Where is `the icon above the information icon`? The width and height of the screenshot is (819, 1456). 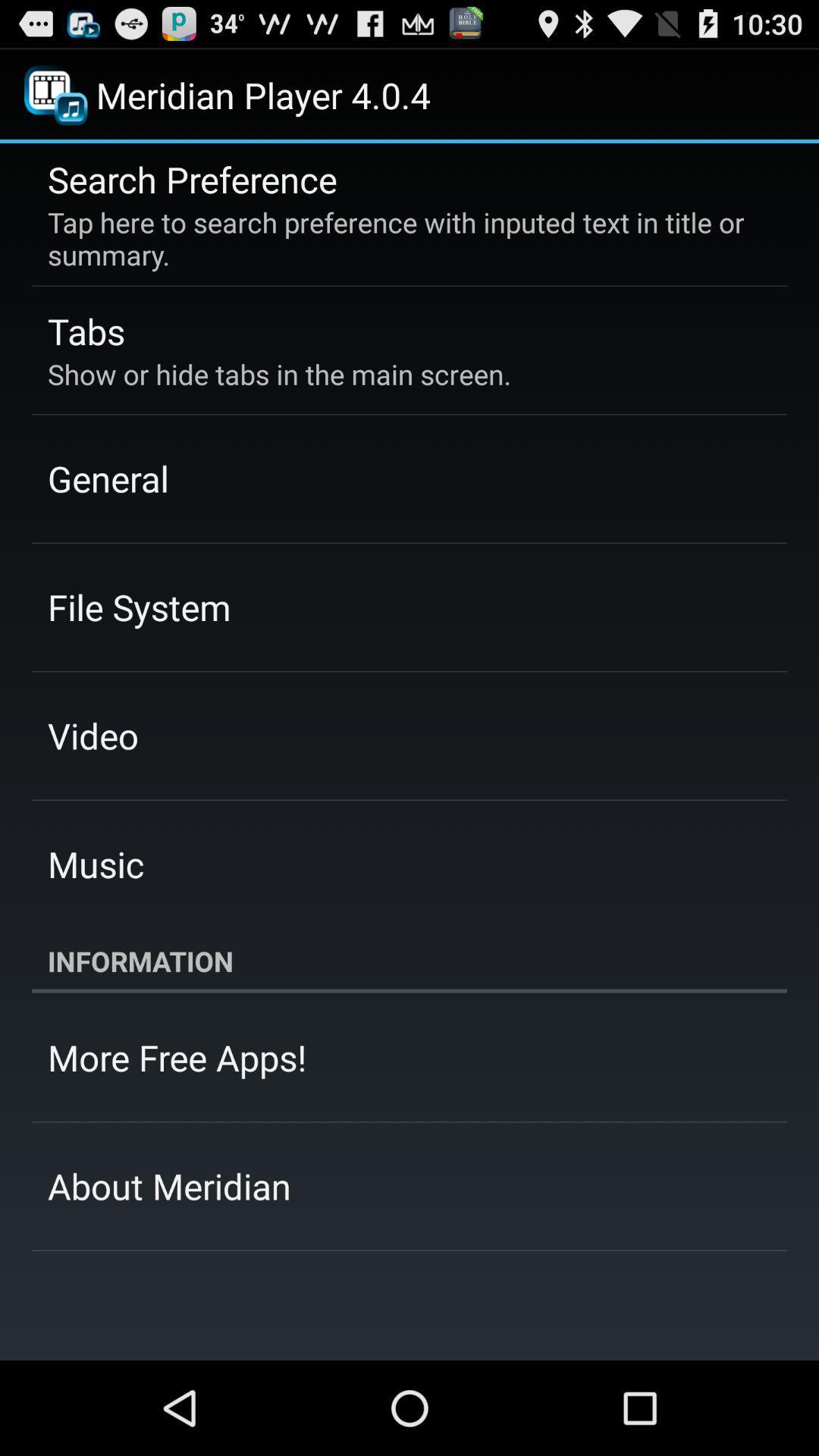
the icon above the information icon is located at coordinates (96, 864).